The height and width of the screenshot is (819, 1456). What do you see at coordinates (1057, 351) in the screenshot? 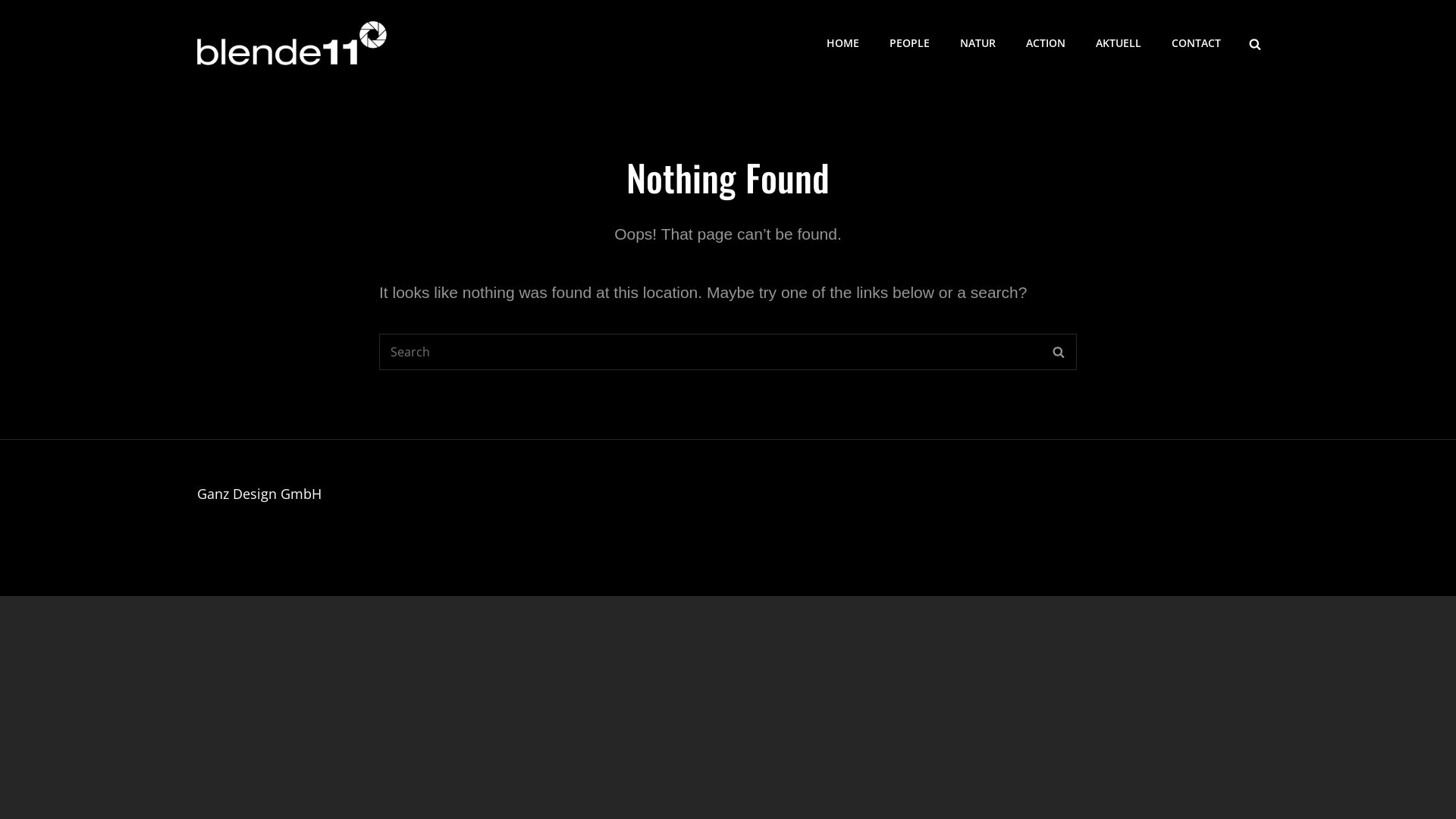
I see `'SEARCH'` at bounding box center [1057, 351].